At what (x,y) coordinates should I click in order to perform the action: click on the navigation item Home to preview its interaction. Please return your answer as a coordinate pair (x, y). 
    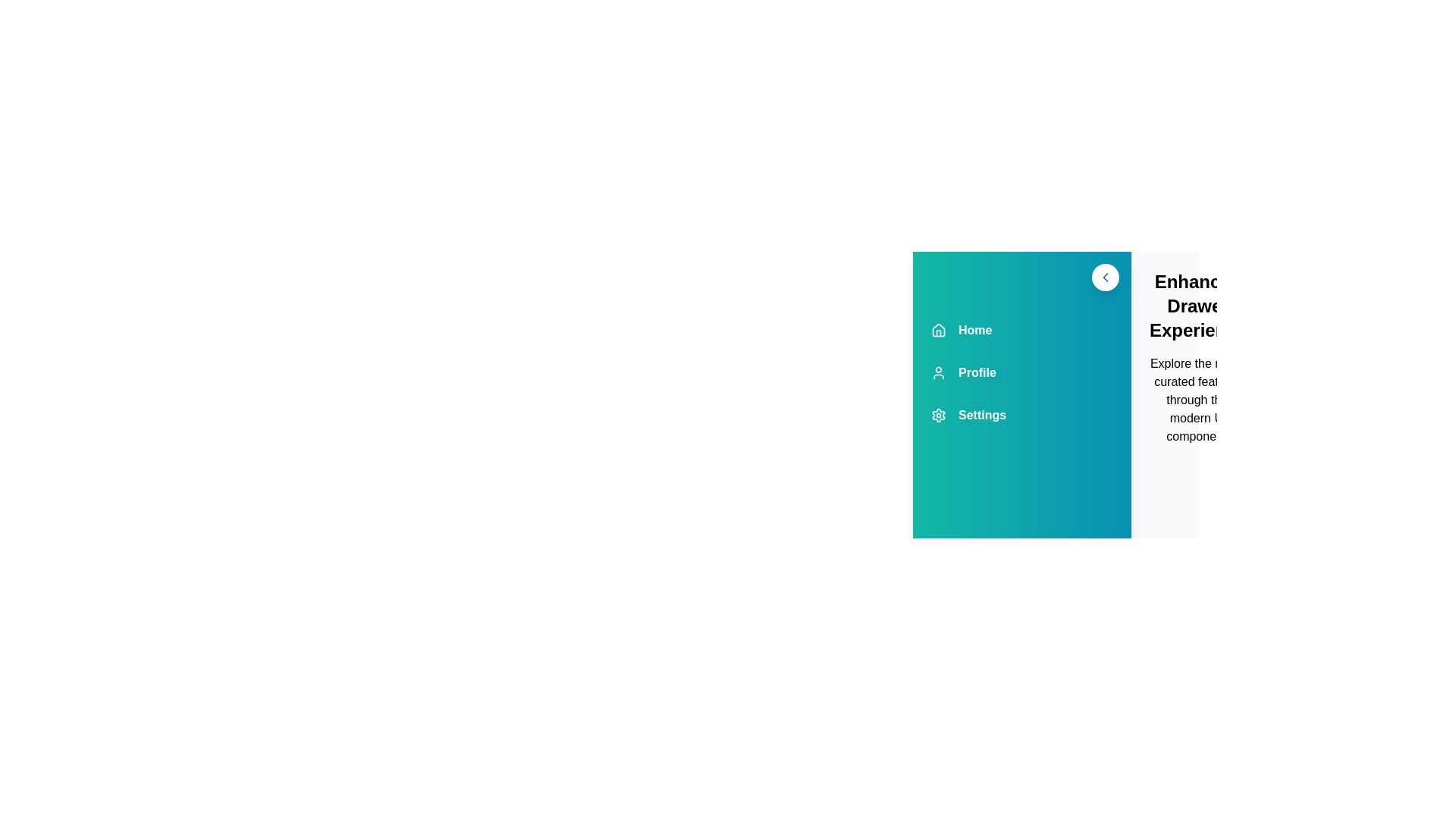
    Looking at the image, I should click on (1022, 329).